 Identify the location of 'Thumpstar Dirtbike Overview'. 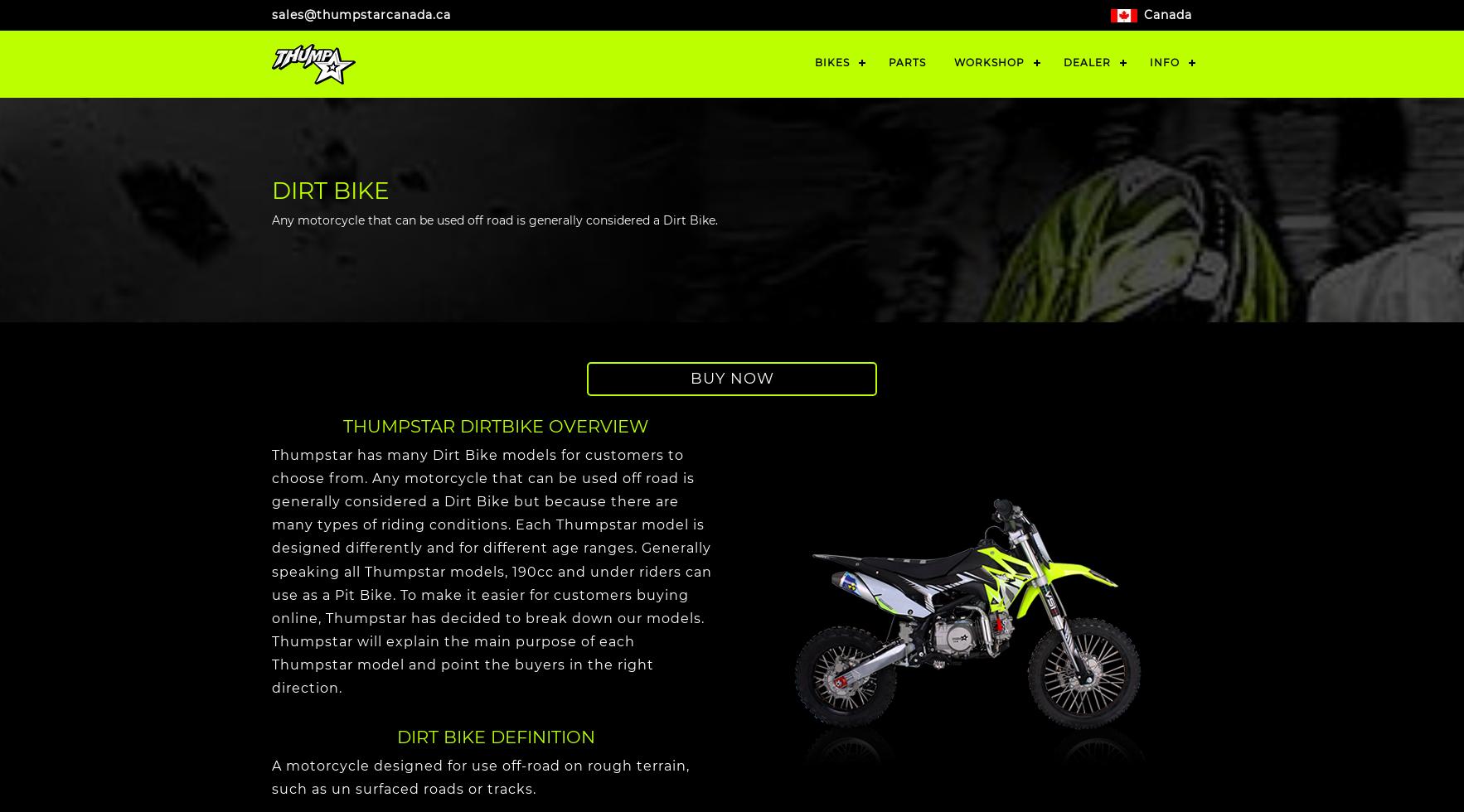
(495, 425).